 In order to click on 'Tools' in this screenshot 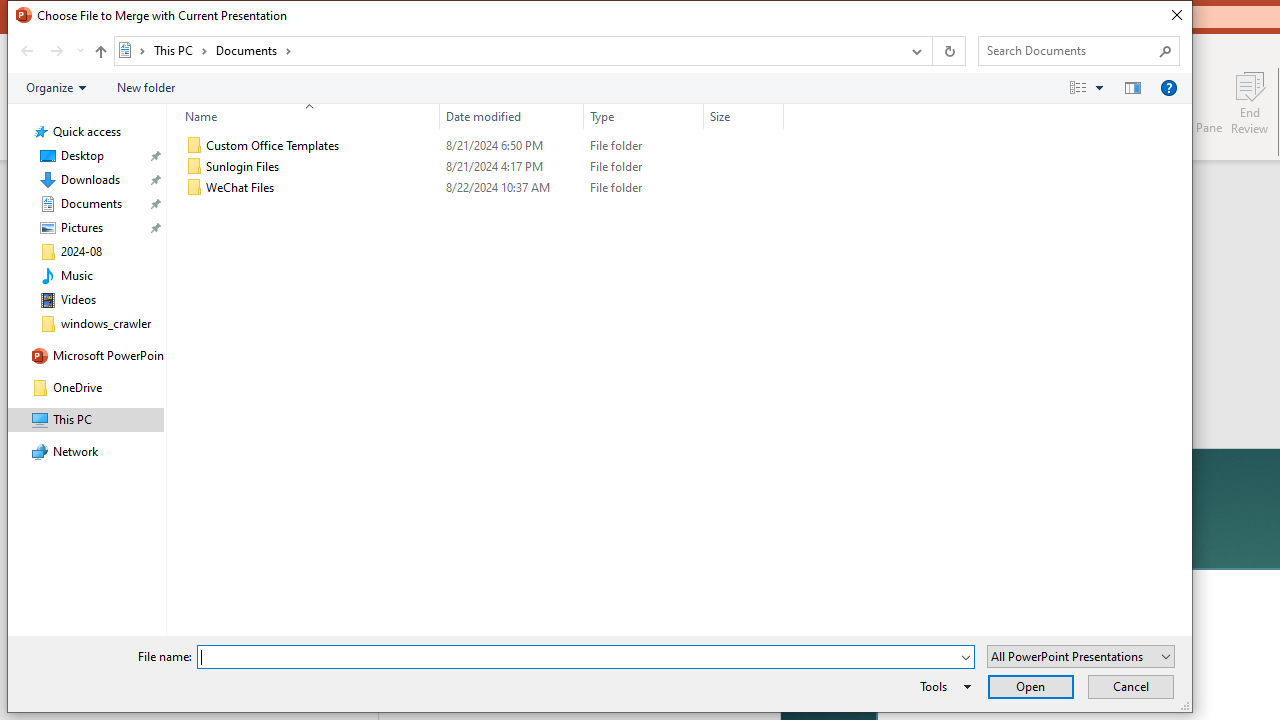, I will do `click(941, 685)`.